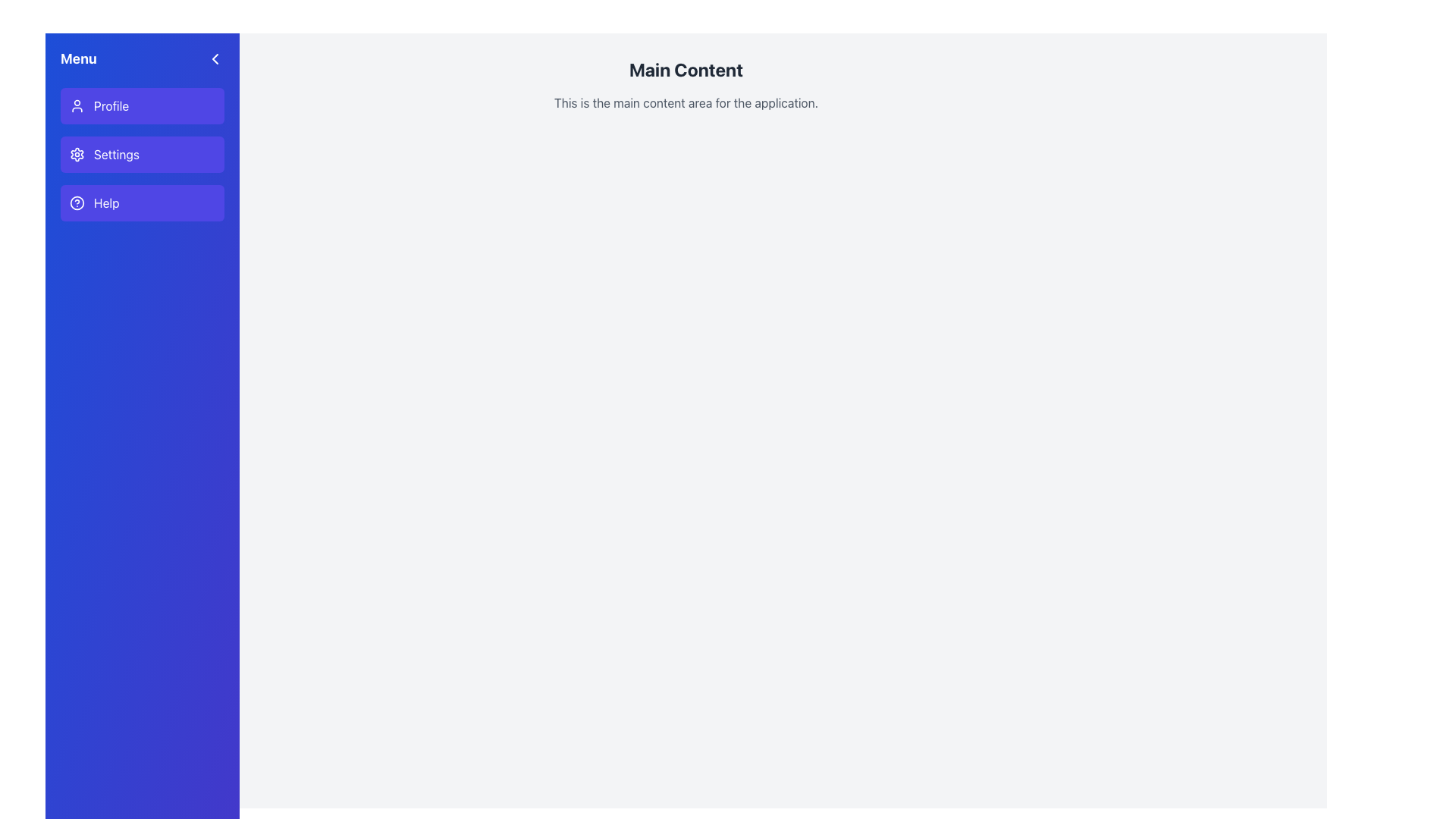 This screenshot has height=819, width=1456. I want to click on the 'Menu' header element with the arrow icon located at the top of the sidebar menu, so click(142, 58).